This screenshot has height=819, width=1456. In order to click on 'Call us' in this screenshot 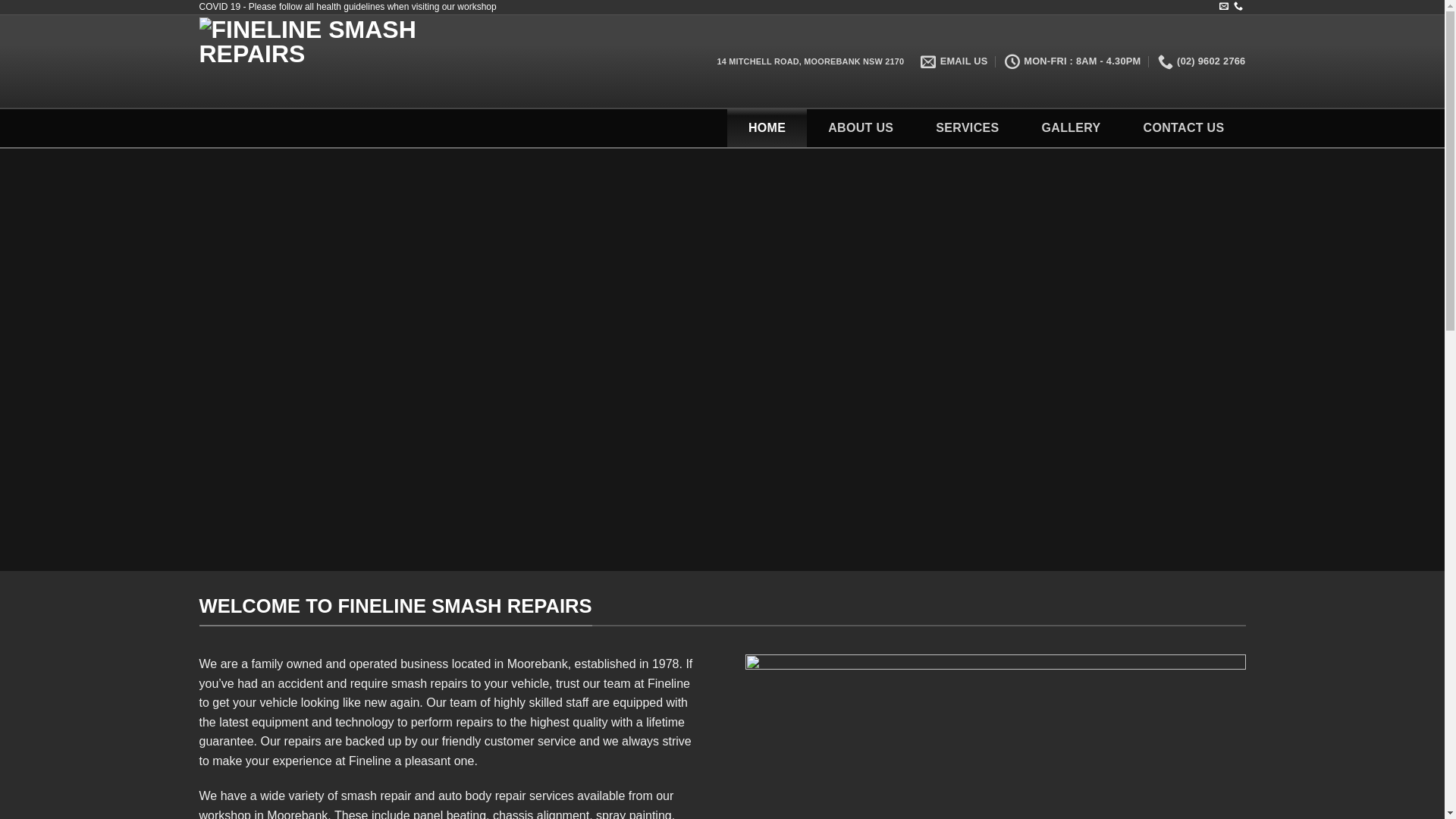, I will do `click(1238, 6)`.